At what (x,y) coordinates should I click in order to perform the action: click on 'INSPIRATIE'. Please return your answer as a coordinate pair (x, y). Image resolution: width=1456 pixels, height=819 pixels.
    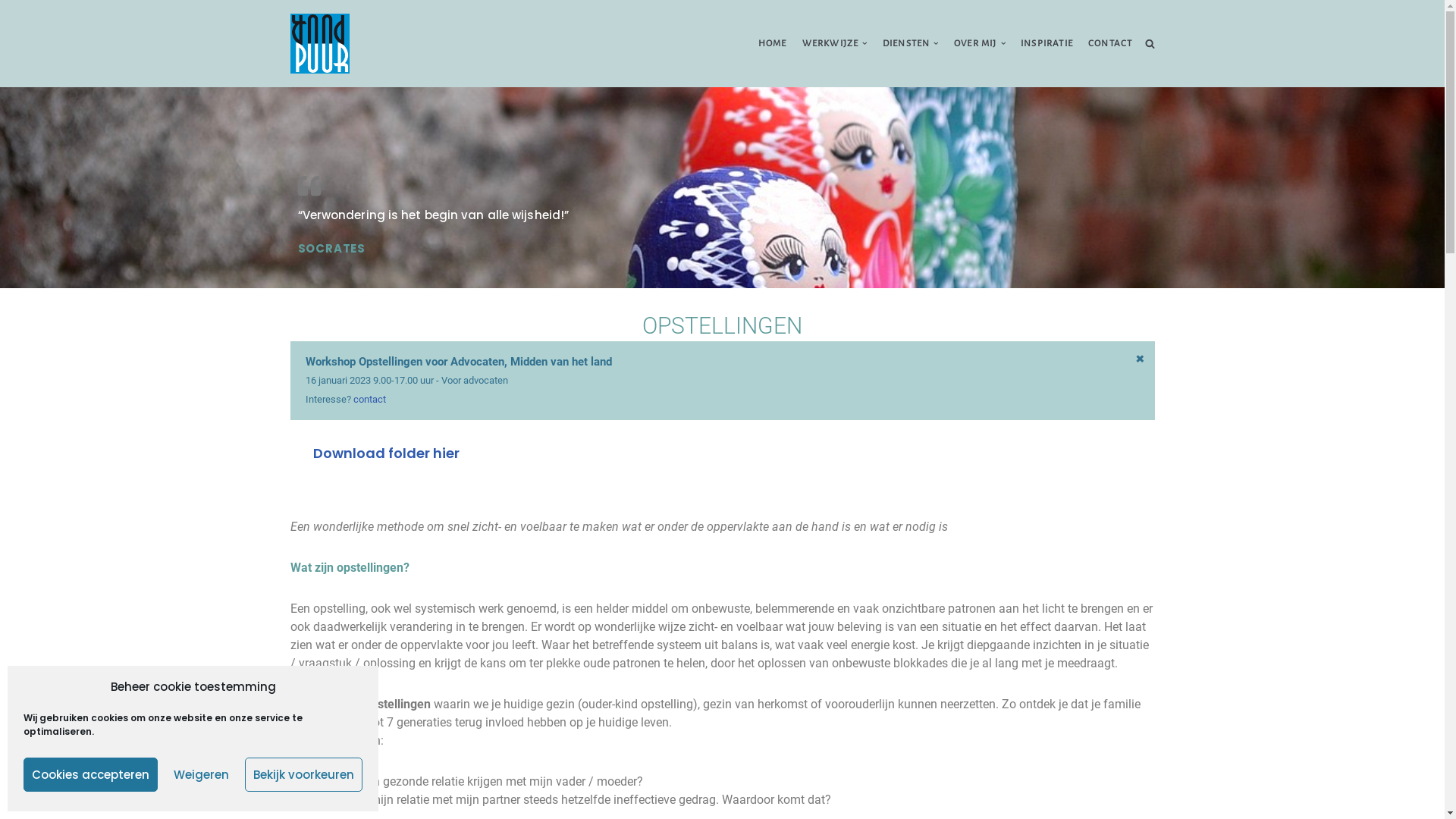
    Looking at the image, I should click on (1046, 42).